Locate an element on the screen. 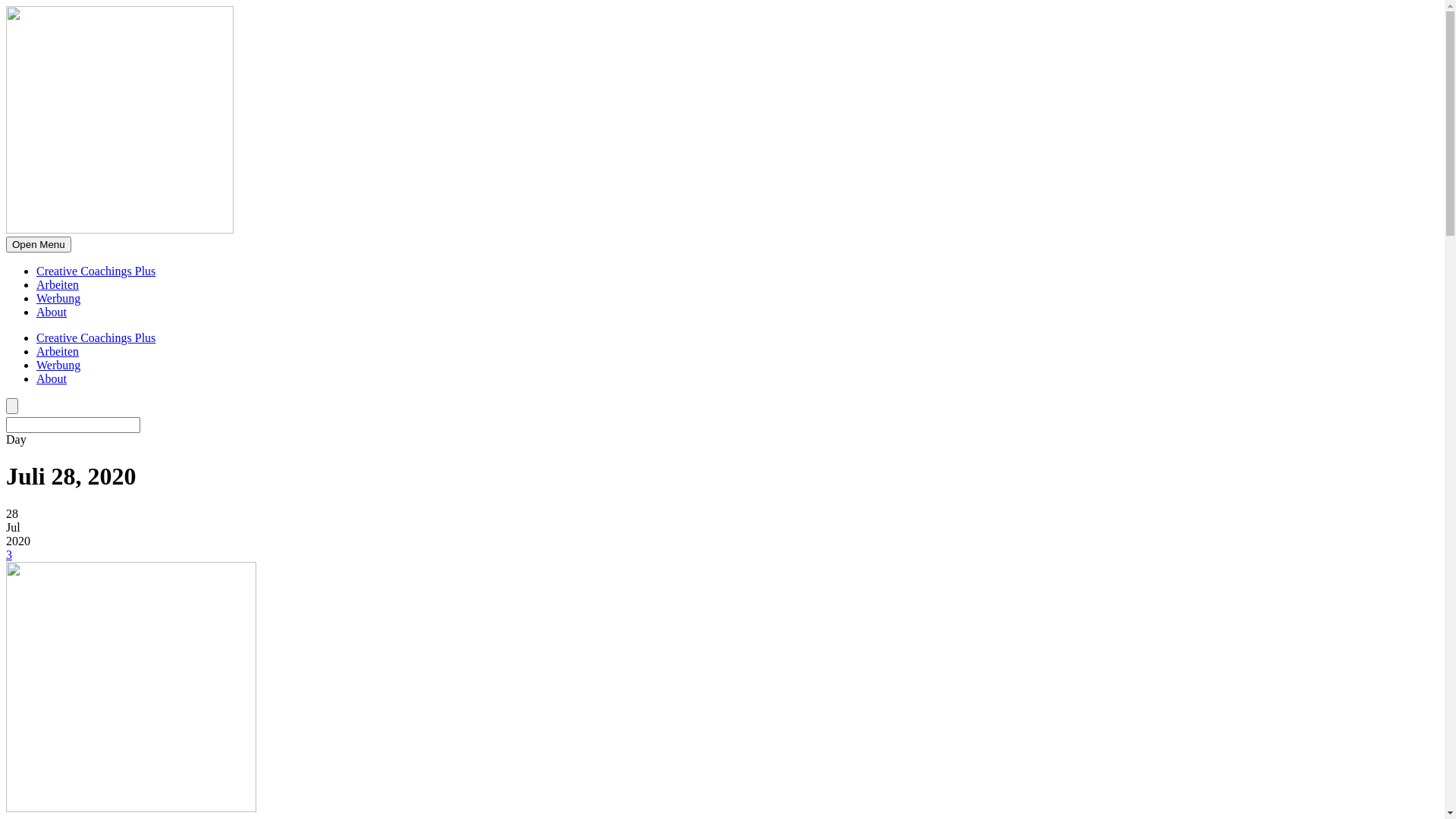  'Arbeiten' is located at coordinates (58, 284).